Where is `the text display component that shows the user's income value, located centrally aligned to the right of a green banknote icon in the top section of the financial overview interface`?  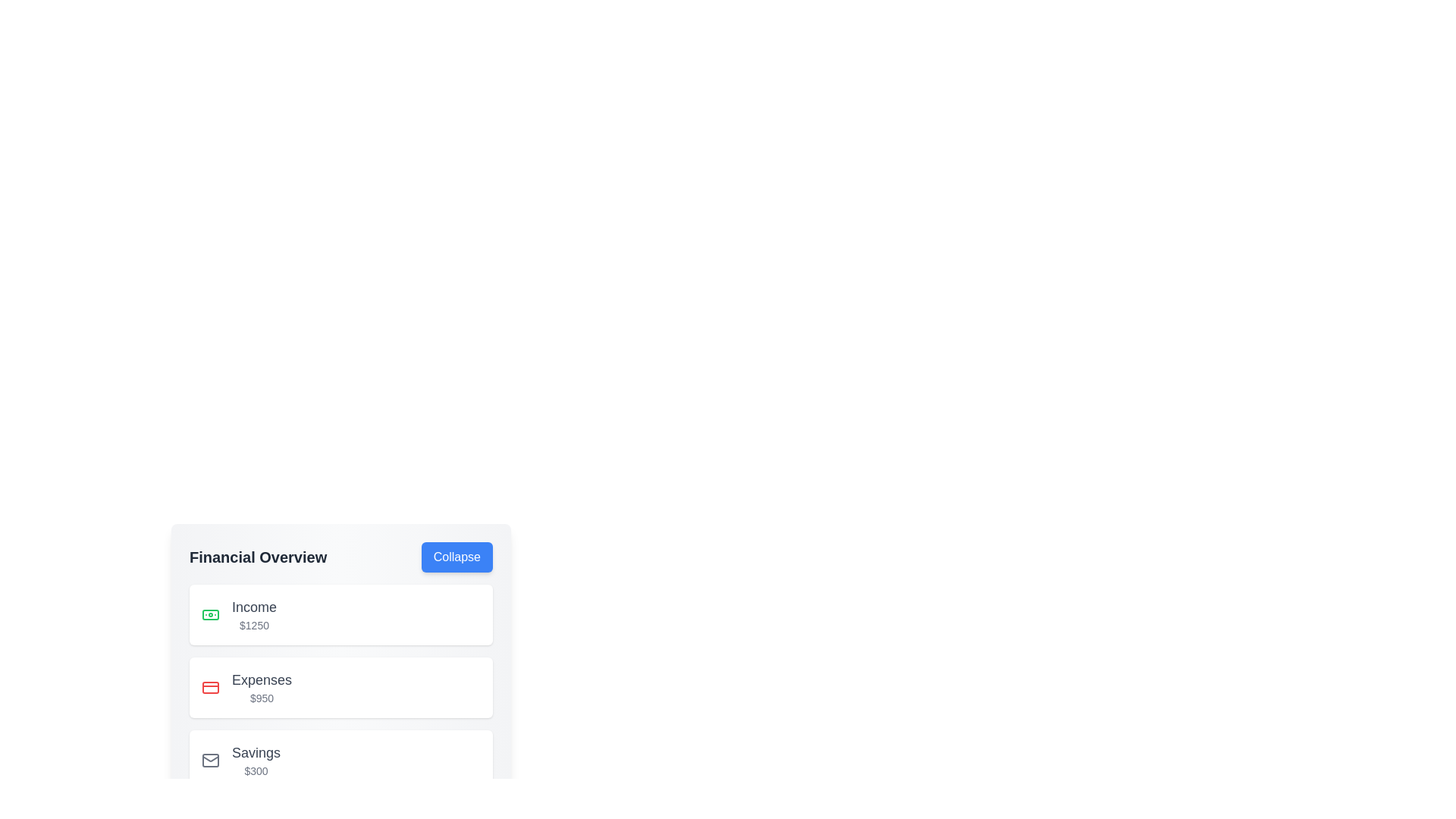 the text display component that shows the user's income value, located centrally aligned to the right of a green banknote icon in the top section of the financial overview interface is located at coordinates (254, 614).